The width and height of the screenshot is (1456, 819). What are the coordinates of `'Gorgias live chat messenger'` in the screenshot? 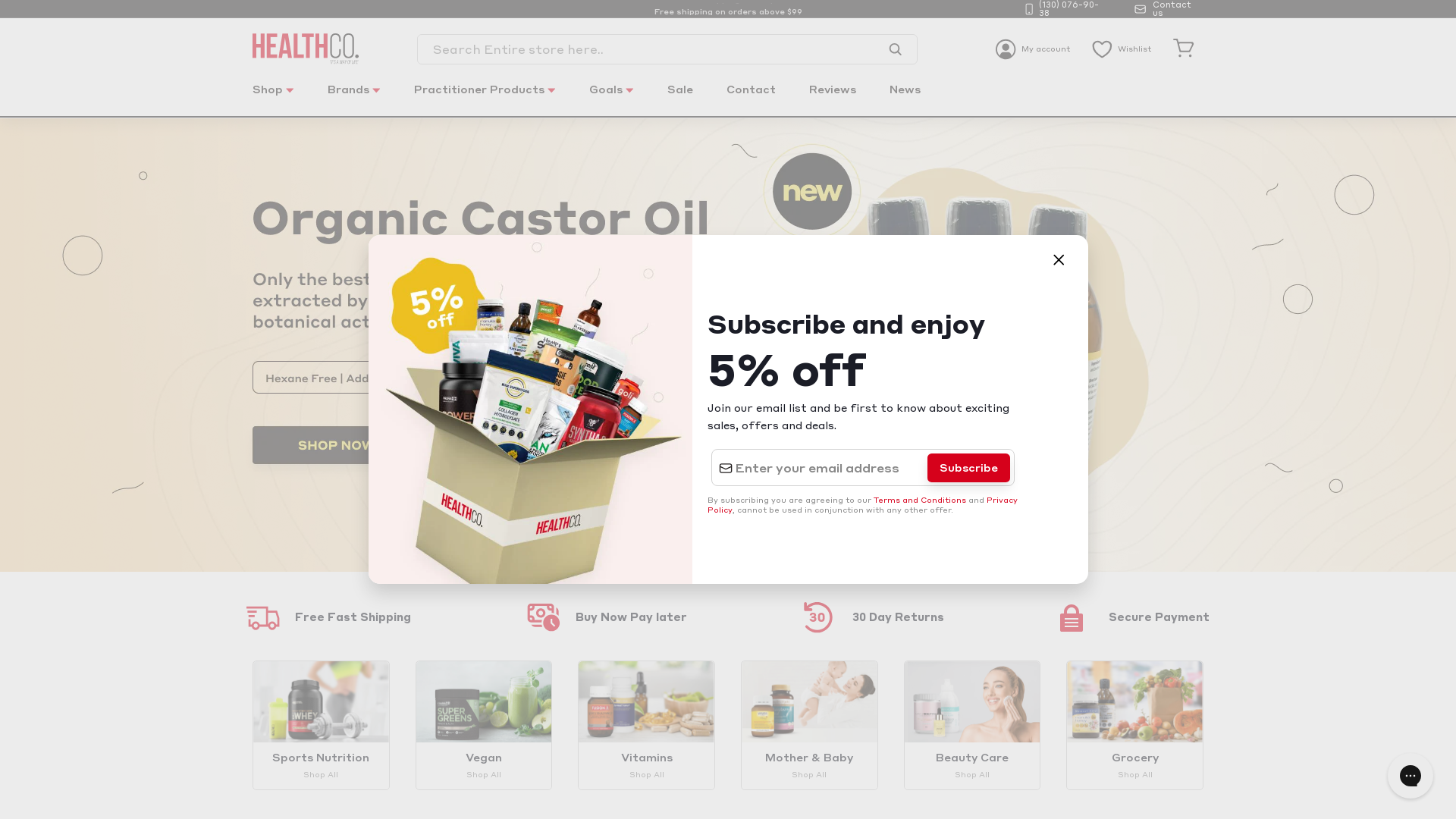 It's located at (1410, 775).